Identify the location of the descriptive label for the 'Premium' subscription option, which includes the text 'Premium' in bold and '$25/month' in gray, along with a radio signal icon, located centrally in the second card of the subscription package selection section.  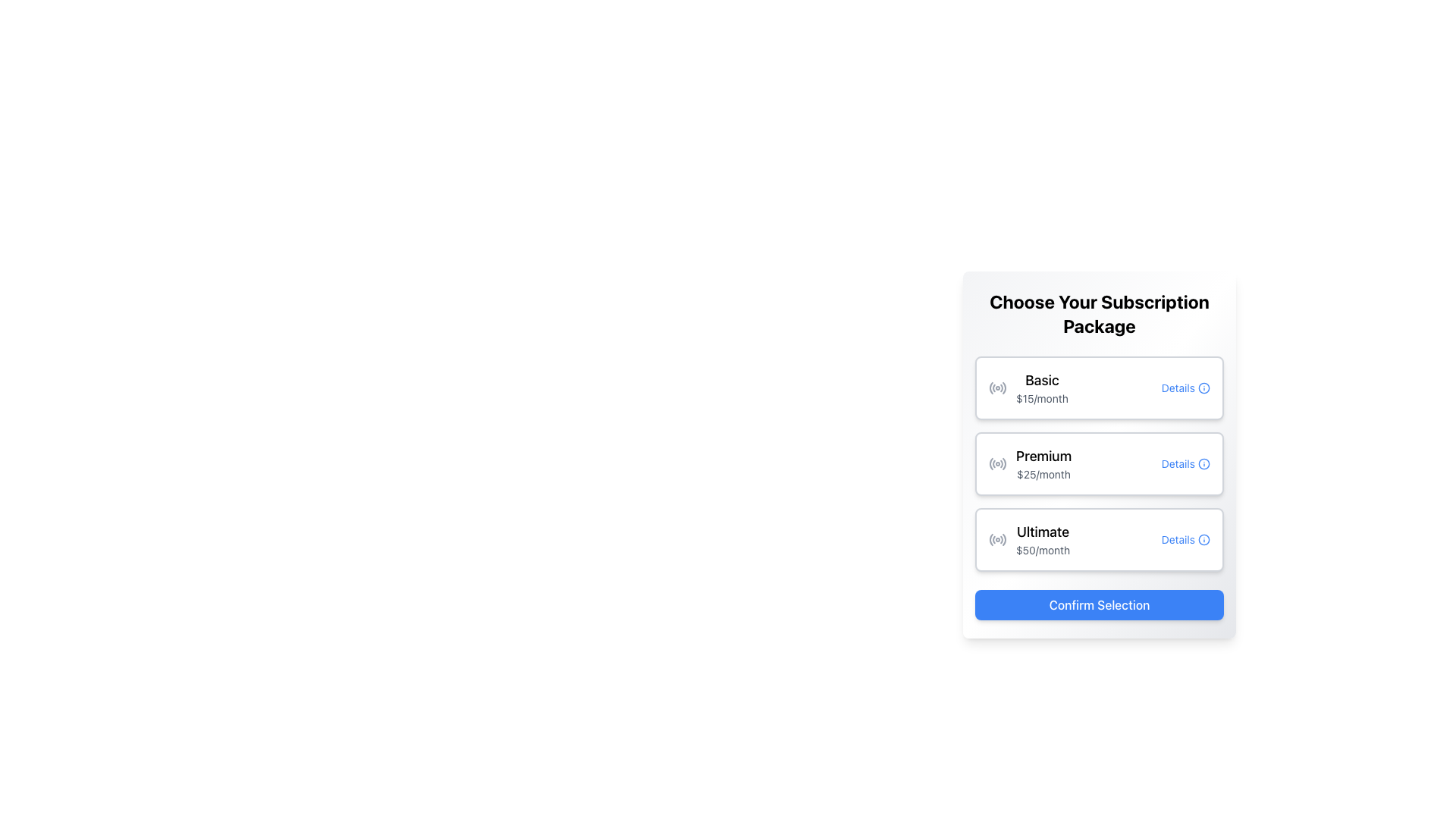
(1030, 463).